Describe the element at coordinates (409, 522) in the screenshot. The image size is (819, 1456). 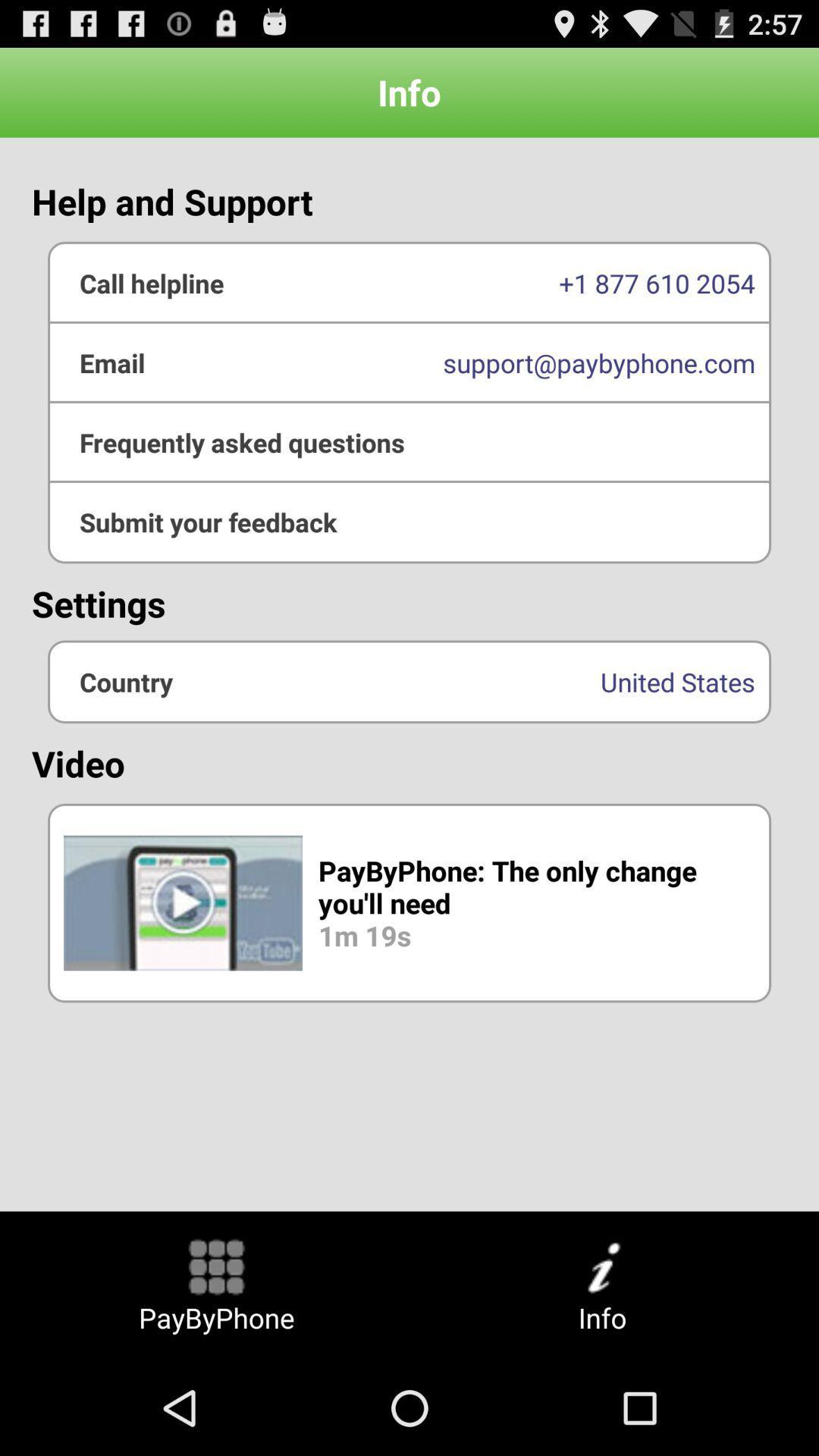
I see `submits feedback` at that location.